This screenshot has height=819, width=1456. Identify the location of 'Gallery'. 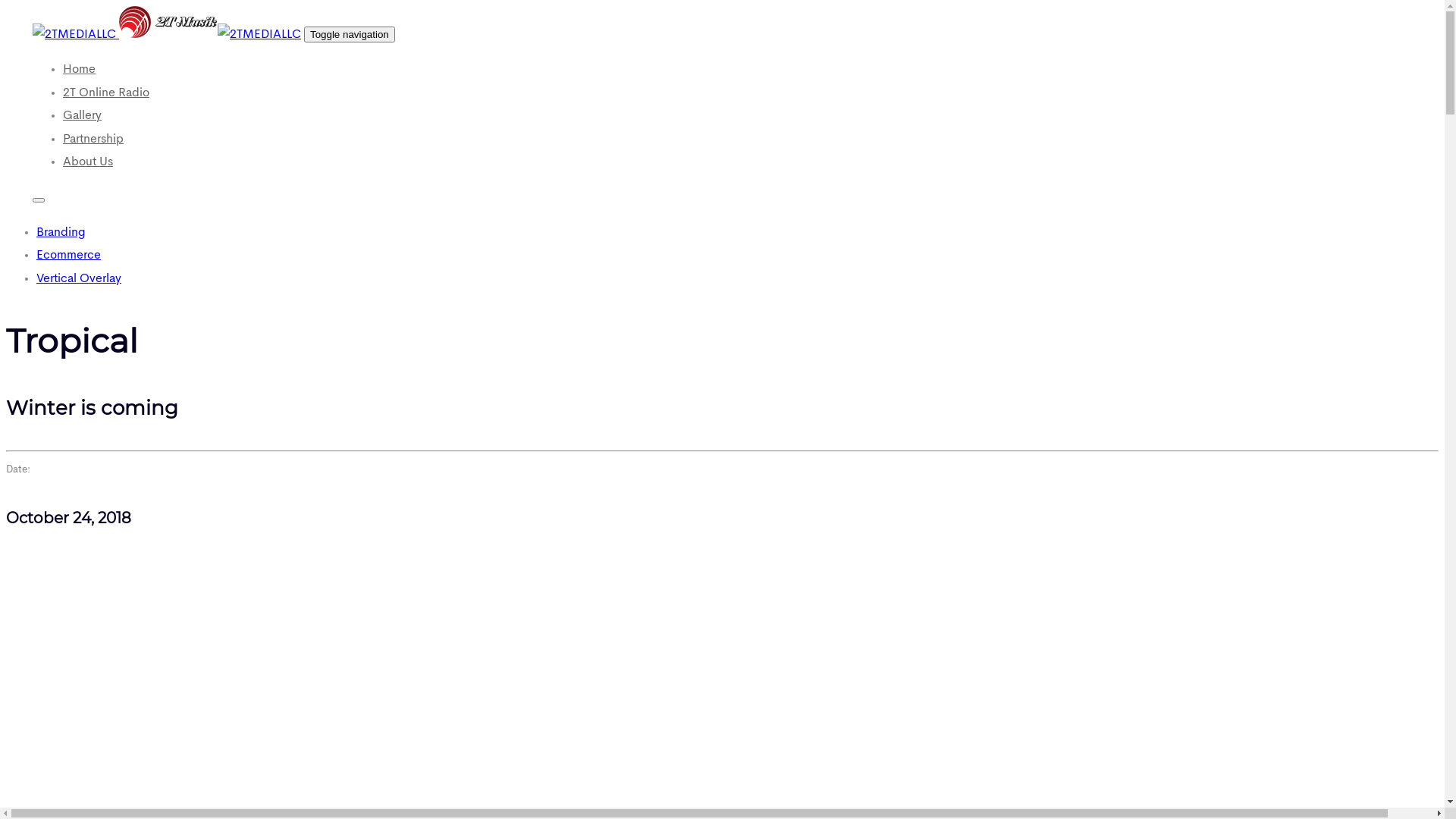
(81, 115).